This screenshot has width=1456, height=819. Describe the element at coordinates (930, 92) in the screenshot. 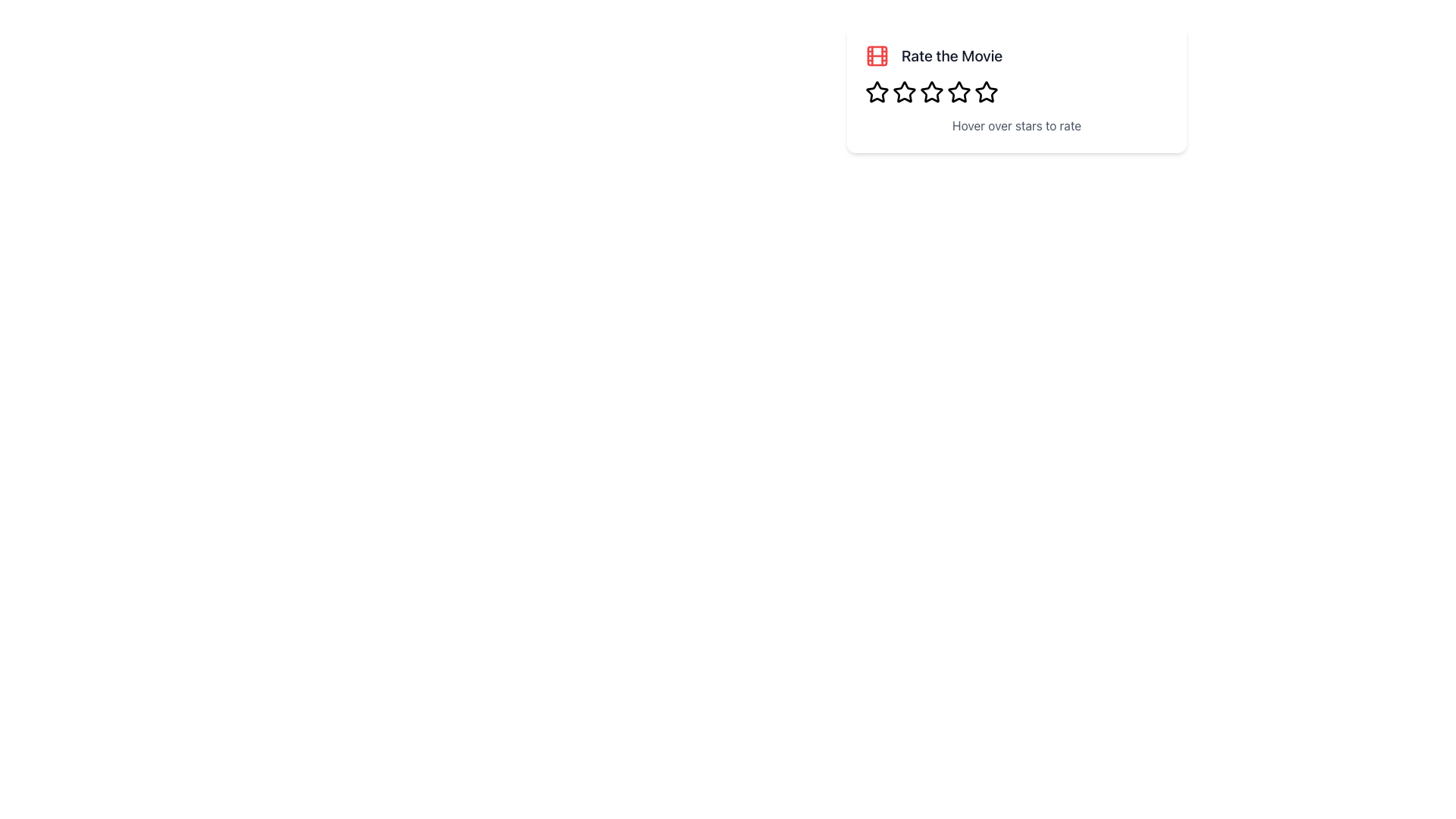

I see `the second star icon for ratings` at that location.